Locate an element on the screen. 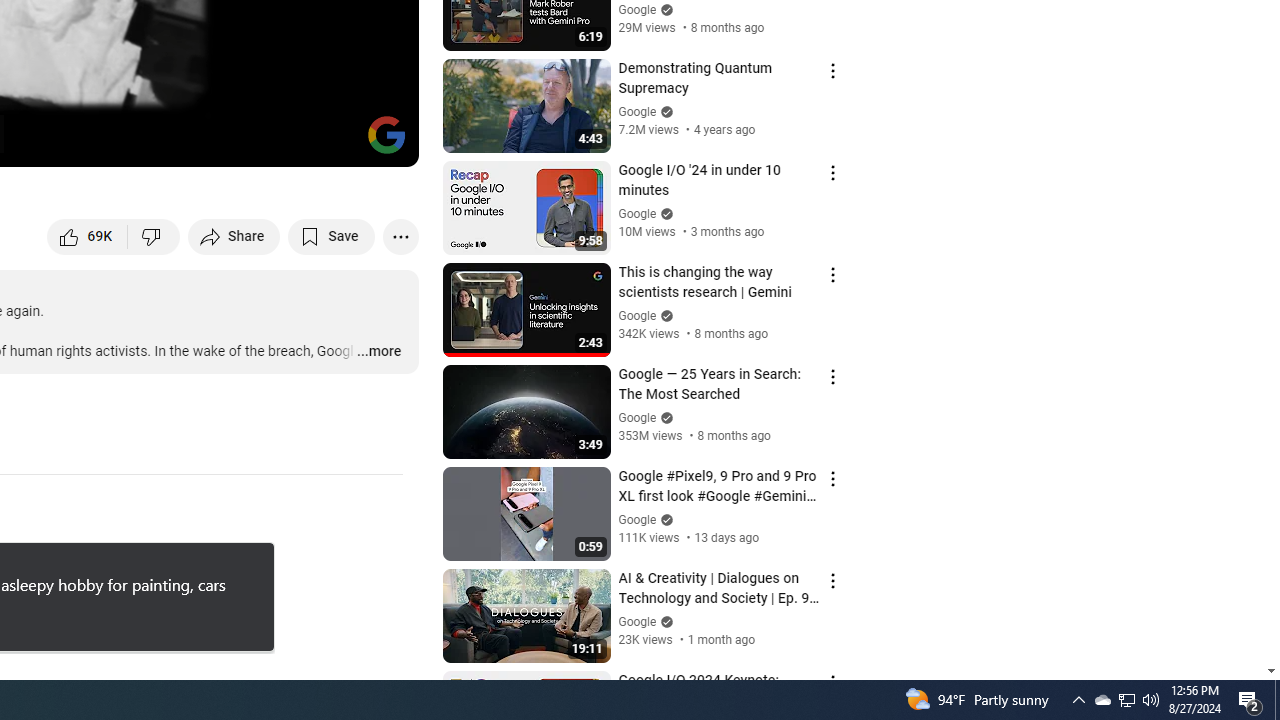  'Share' is located at coordinates (234, 235).